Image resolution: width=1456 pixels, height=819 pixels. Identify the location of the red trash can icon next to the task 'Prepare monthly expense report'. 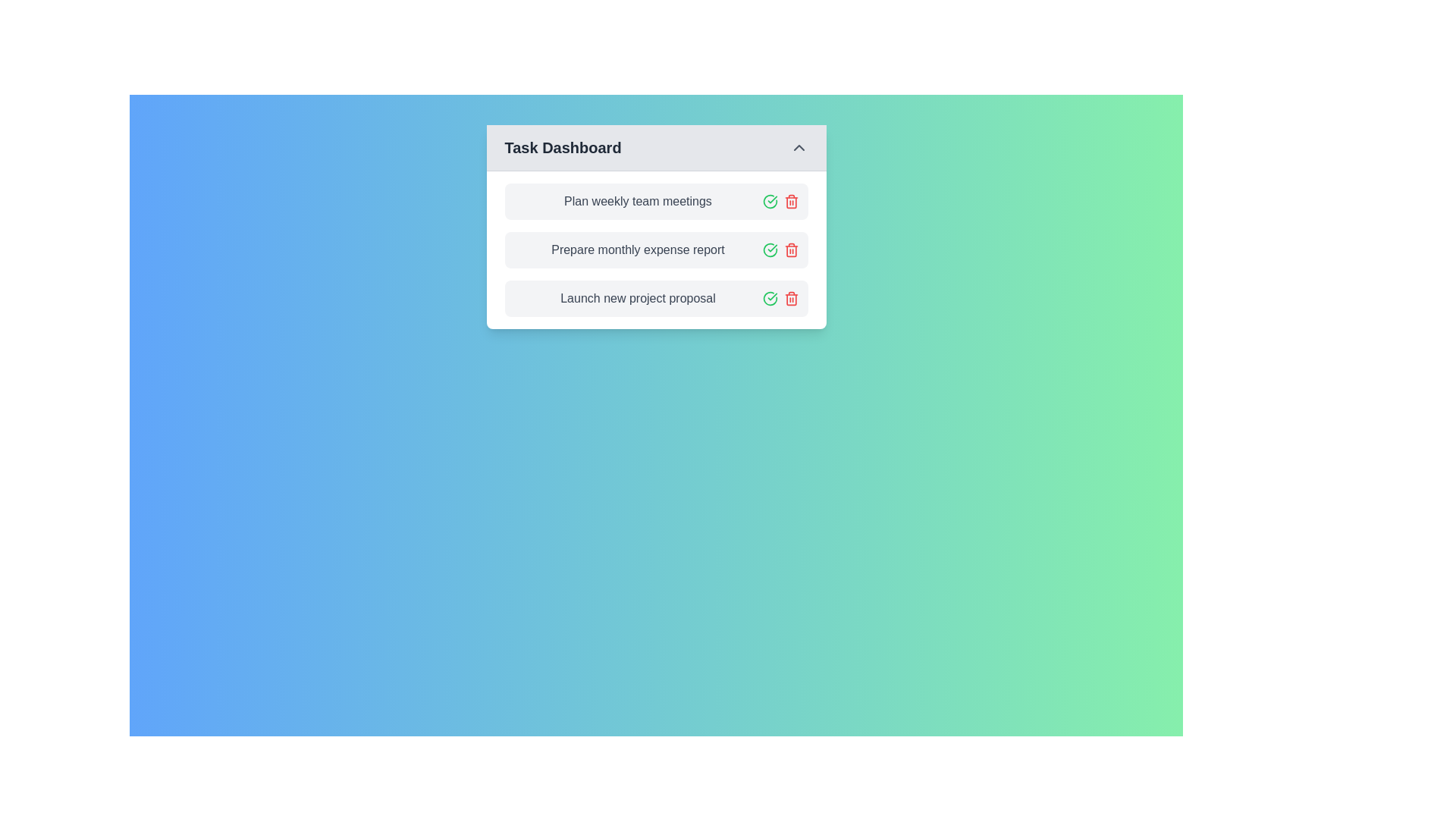
(790, 249).